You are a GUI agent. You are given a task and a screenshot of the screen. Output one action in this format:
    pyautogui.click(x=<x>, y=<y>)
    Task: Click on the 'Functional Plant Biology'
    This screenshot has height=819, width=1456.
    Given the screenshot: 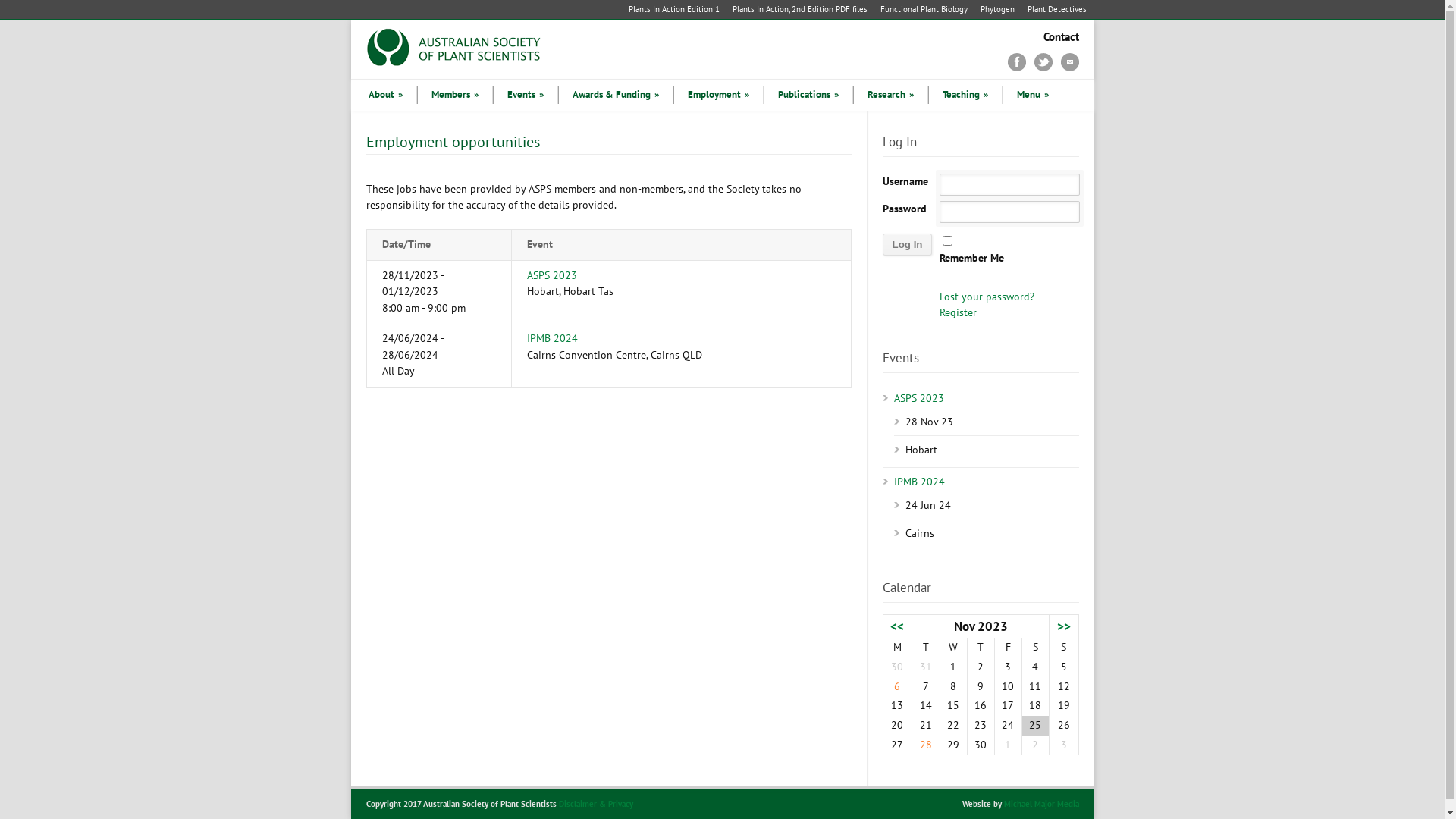 What is the action you would take?
    pyautogui.click(x=923, y=9)
    